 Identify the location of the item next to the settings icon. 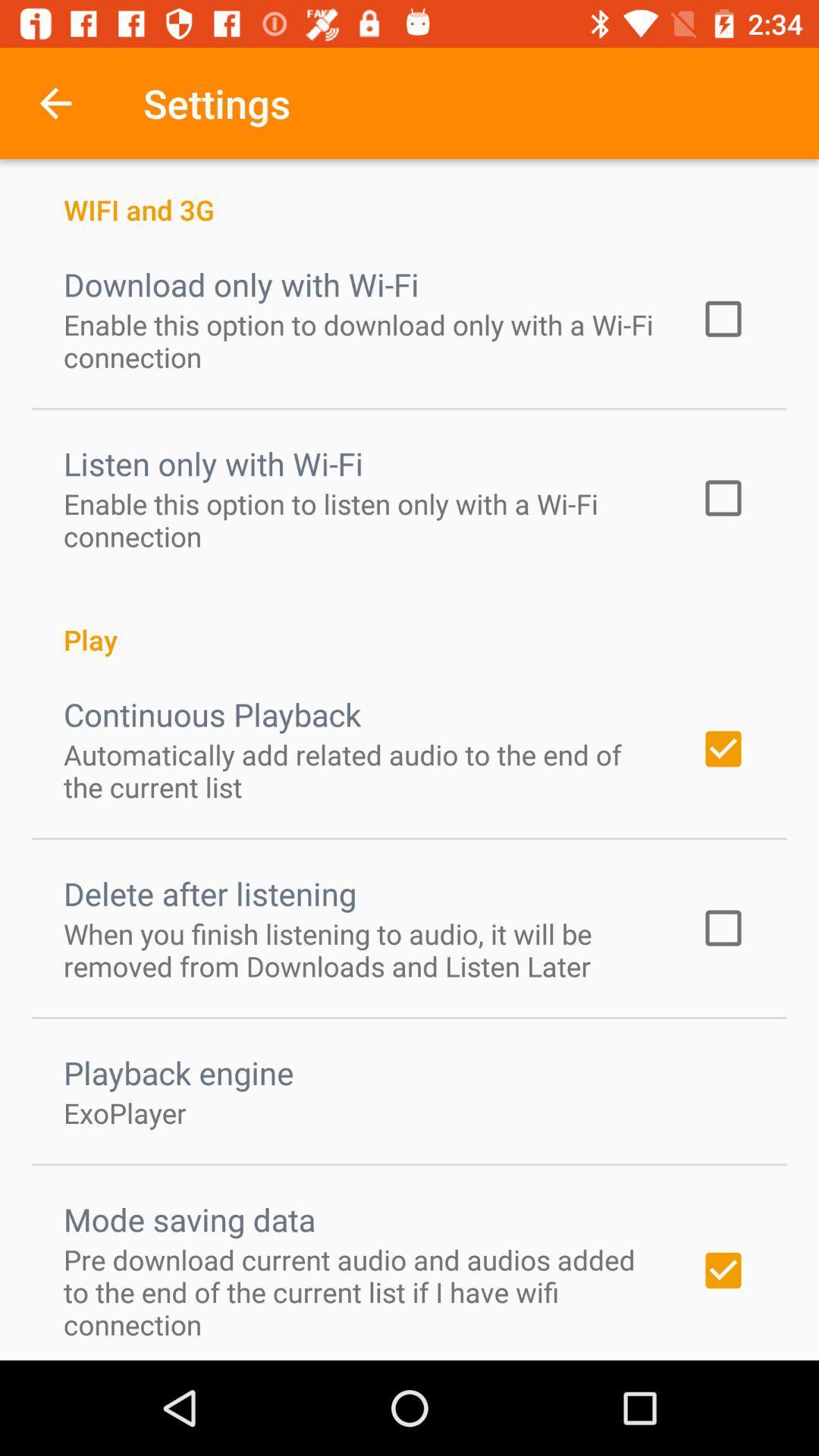
(55, 102).